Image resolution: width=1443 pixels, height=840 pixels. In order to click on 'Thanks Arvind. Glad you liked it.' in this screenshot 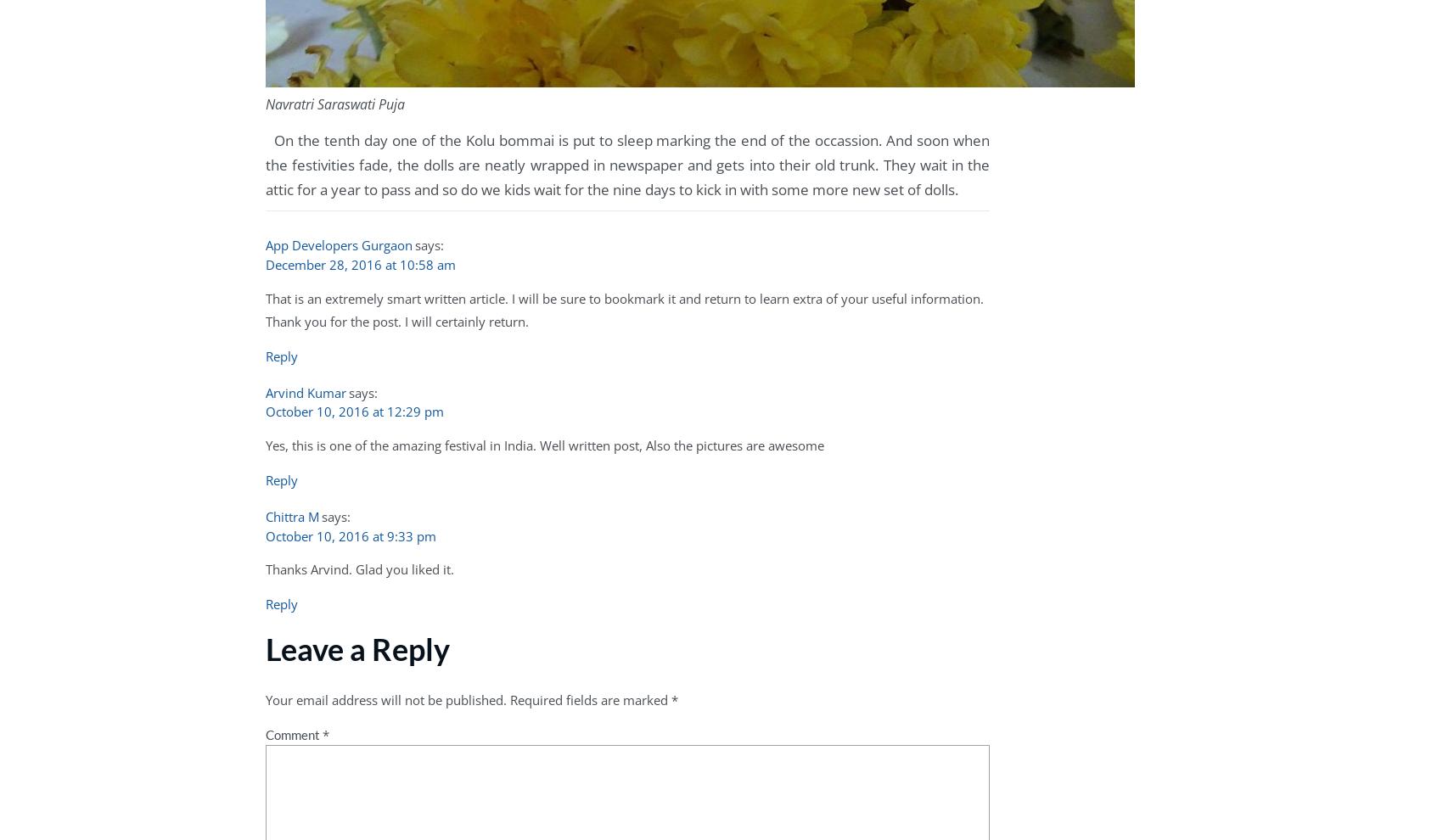, I will do `click(358, 569)`.